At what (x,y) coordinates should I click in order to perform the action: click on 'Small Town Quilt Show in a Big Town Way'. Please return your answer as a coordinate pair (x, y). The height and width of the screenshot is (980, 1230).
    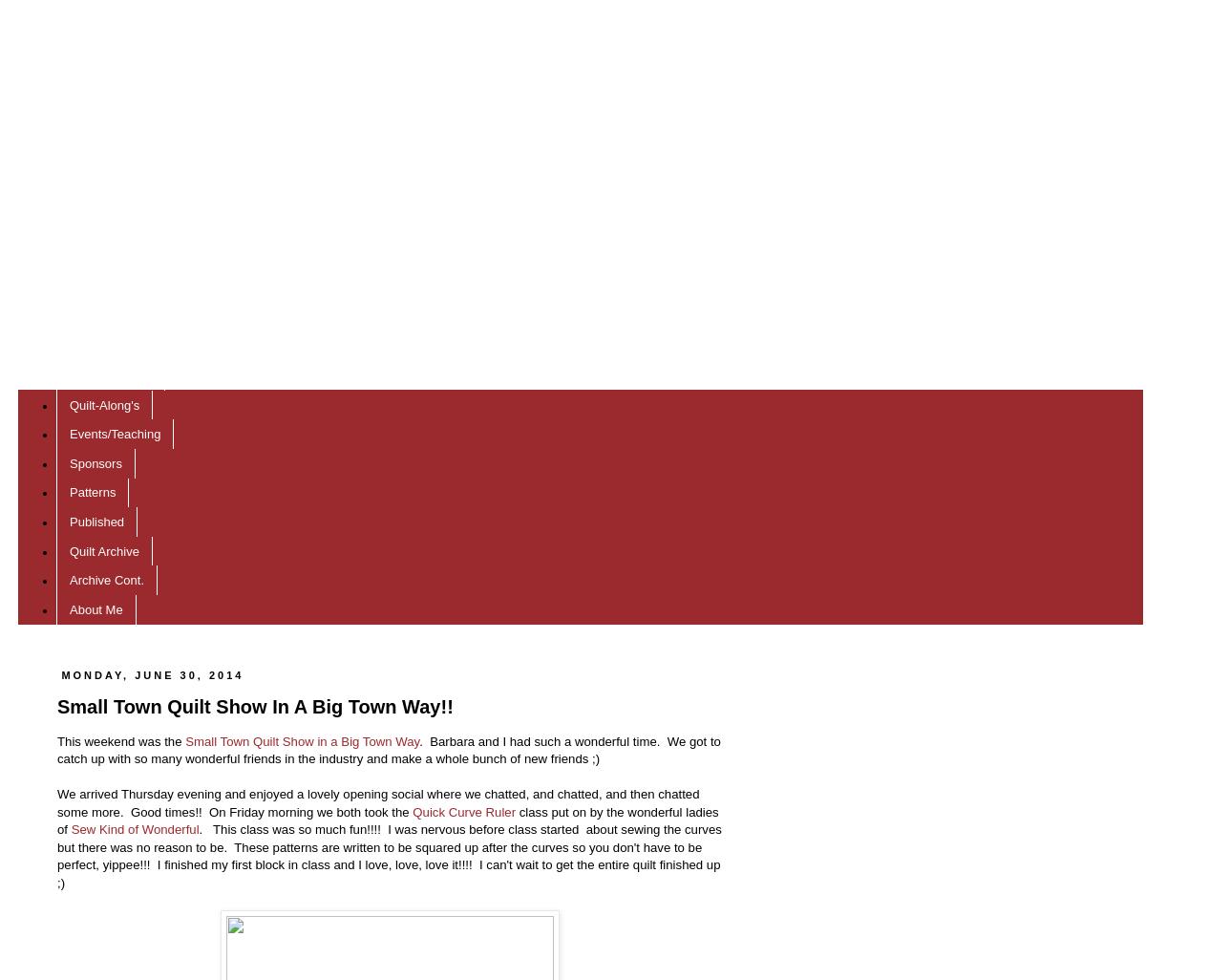
    Looking at the image, I should click on (302, 739).